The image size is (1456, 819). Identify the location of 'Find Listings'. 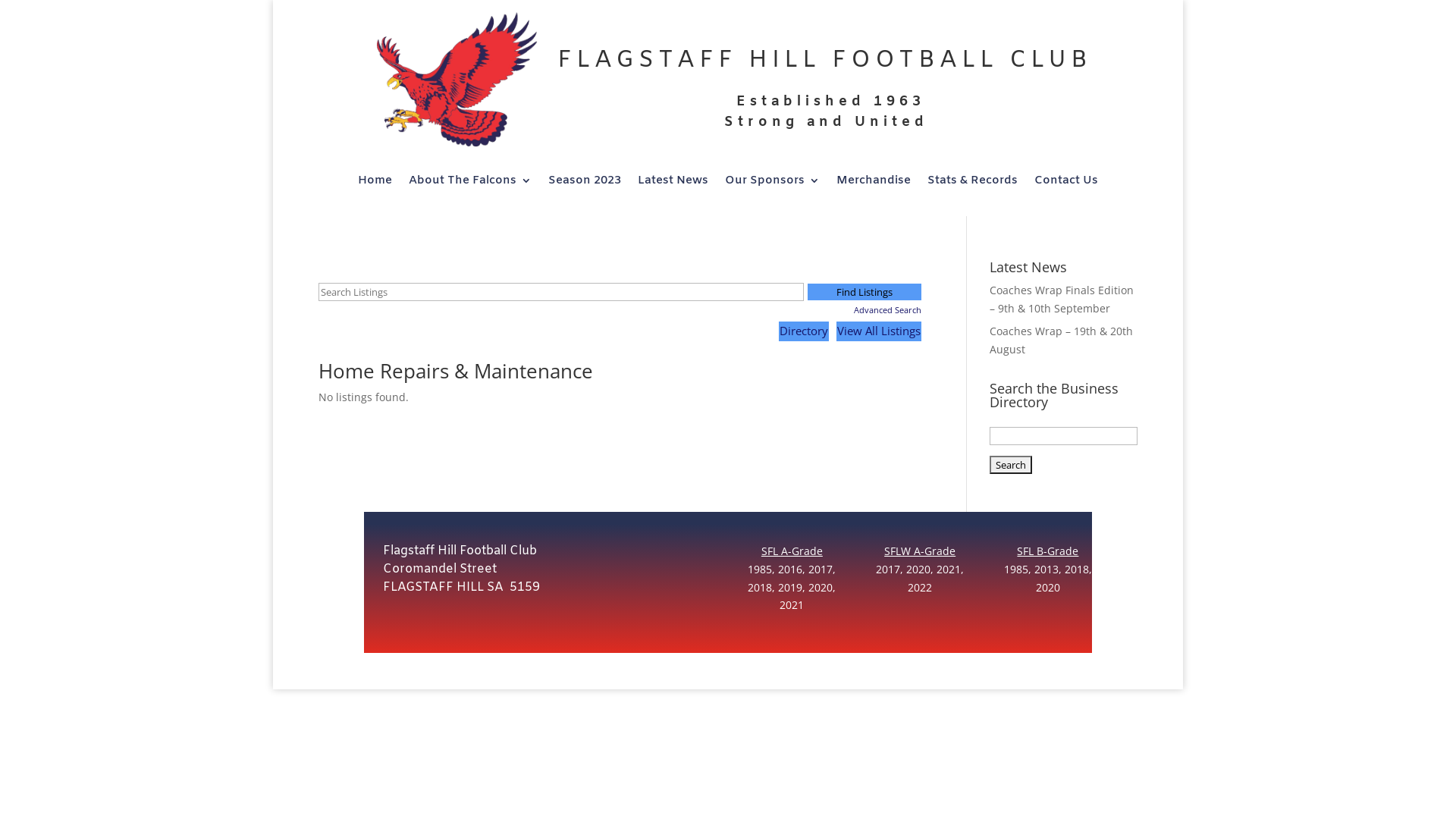
(807, 292).